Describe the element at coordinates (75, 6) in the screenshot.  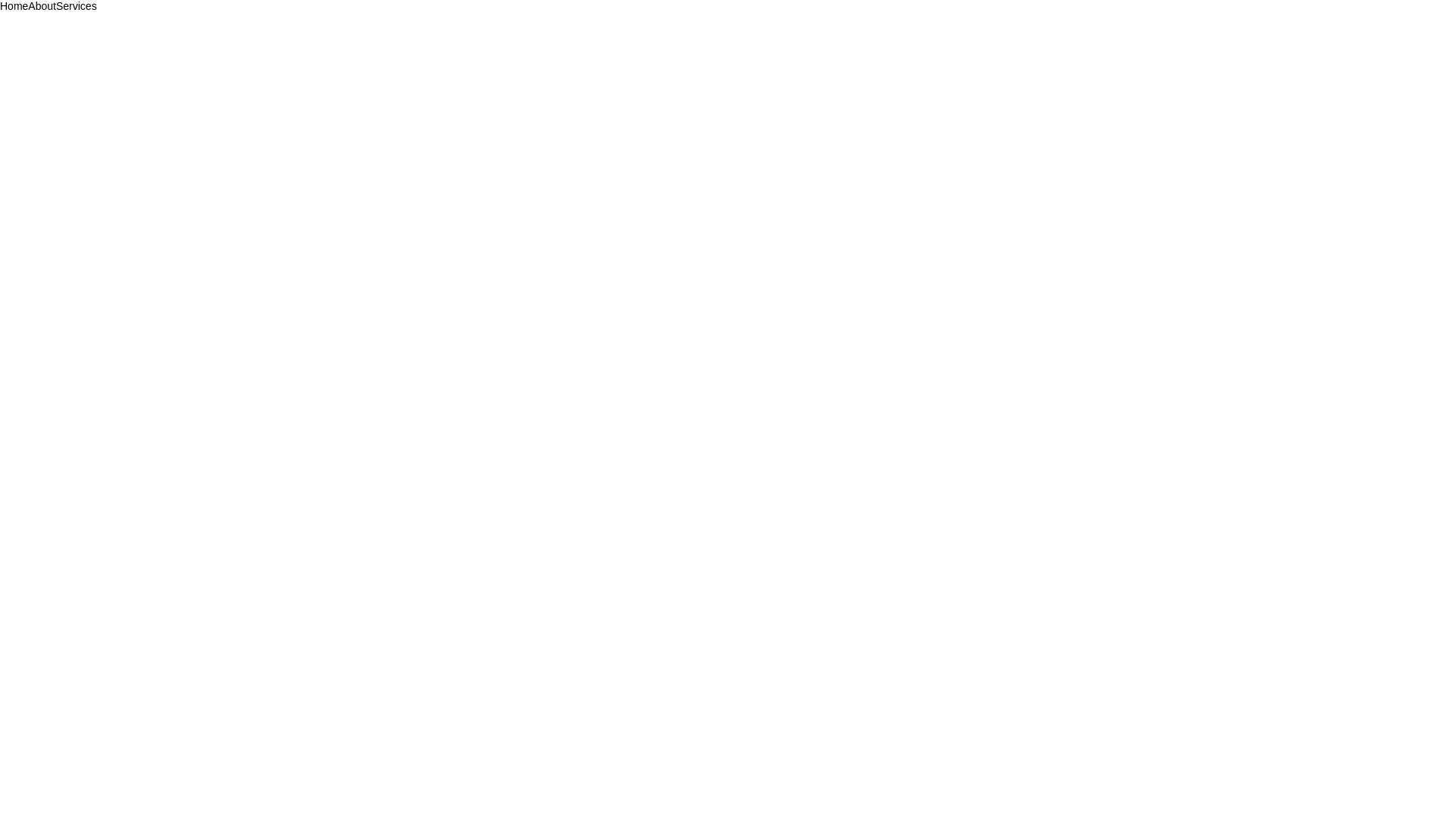
I see `'Services'` at that location.